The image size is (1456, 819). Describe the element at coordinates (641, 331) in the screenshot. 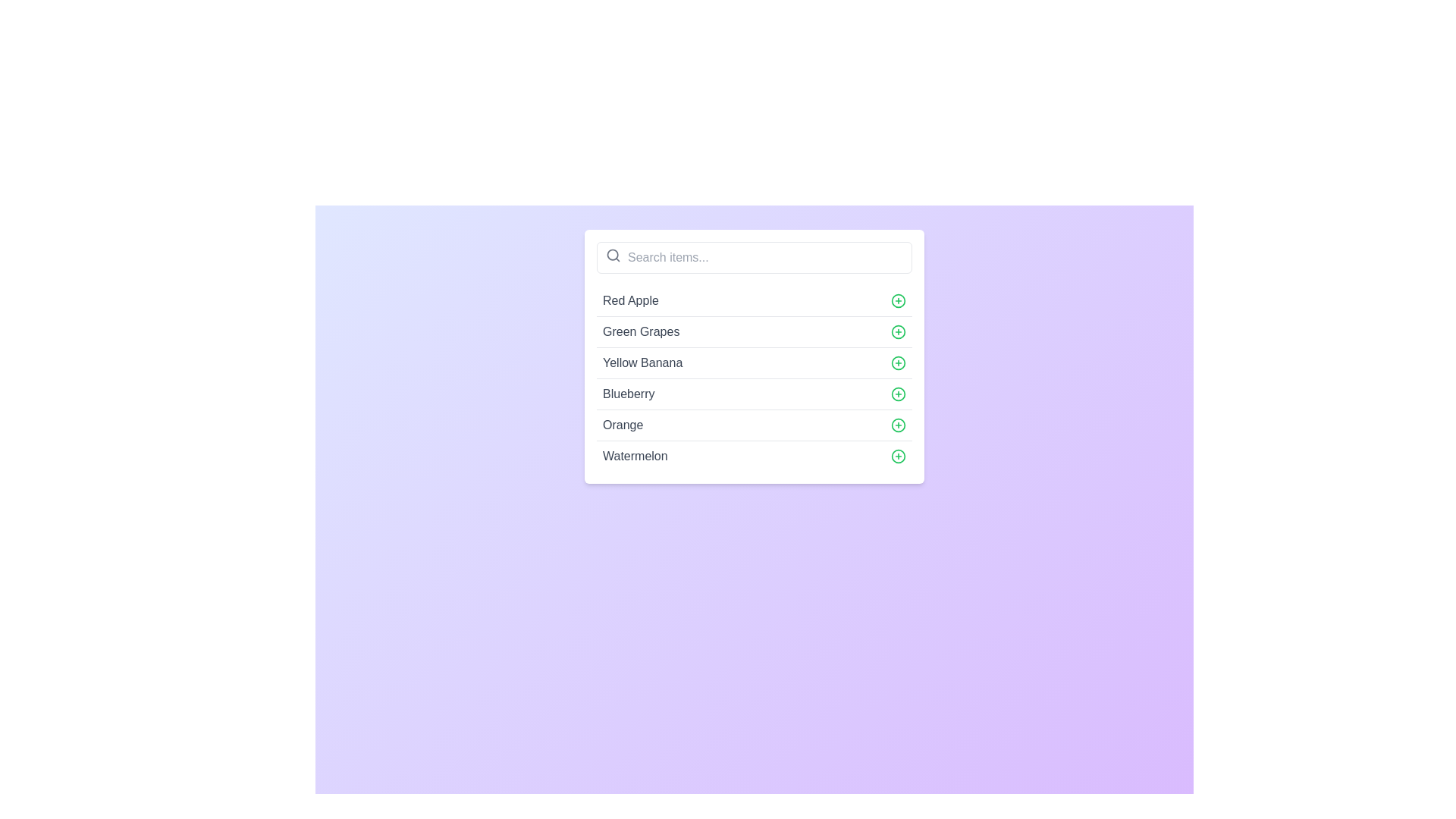

I see `the text element displaying 'Green Grapes'` at that location.